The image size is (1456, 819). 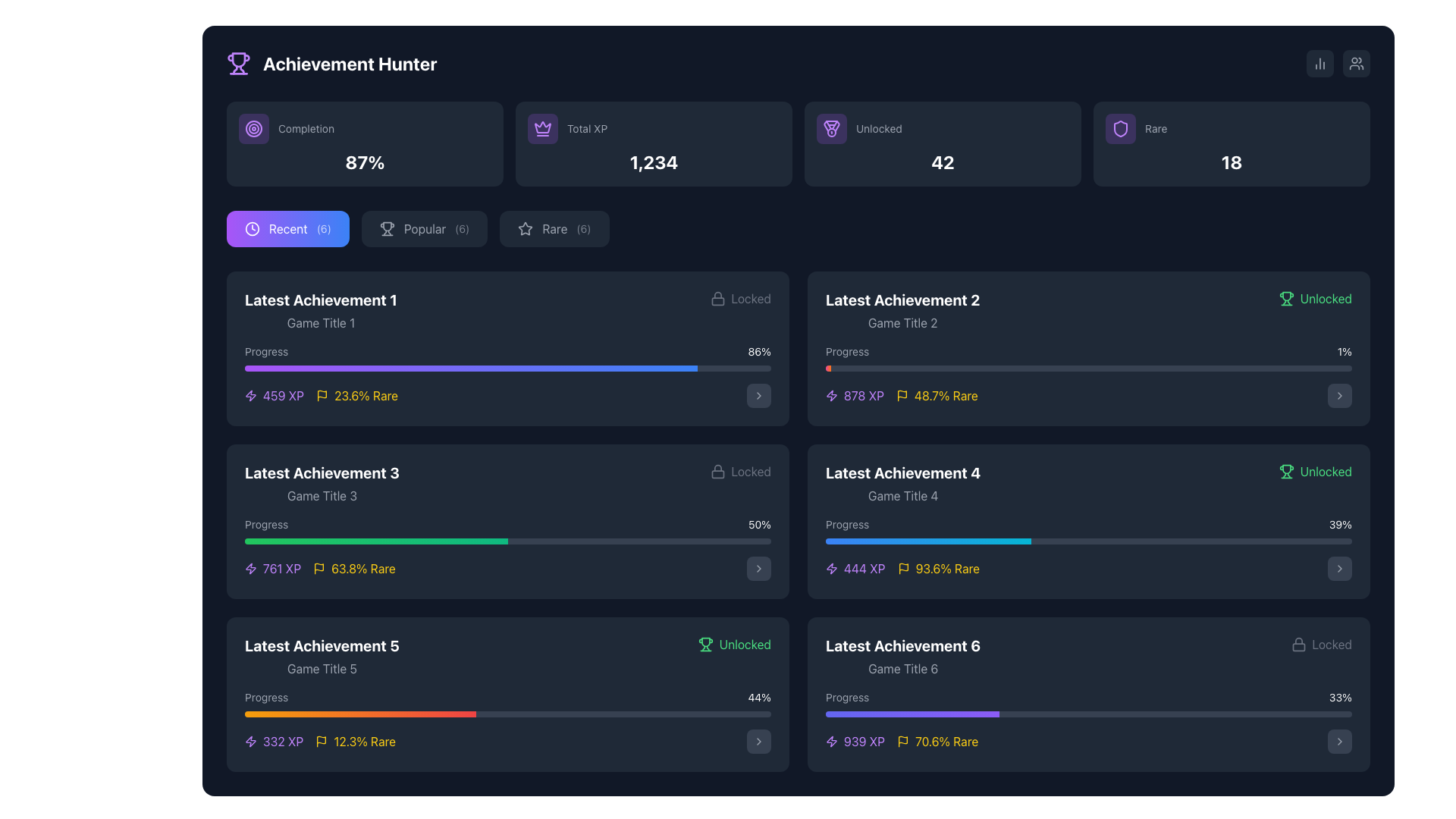 What do you see at coordinates (936, 394) in the screenshot?
I see `the rarity percentage label and icon located to the right of '878 XP' within the second rectangular achievement block in the second column` at bounding box center [936, 394].